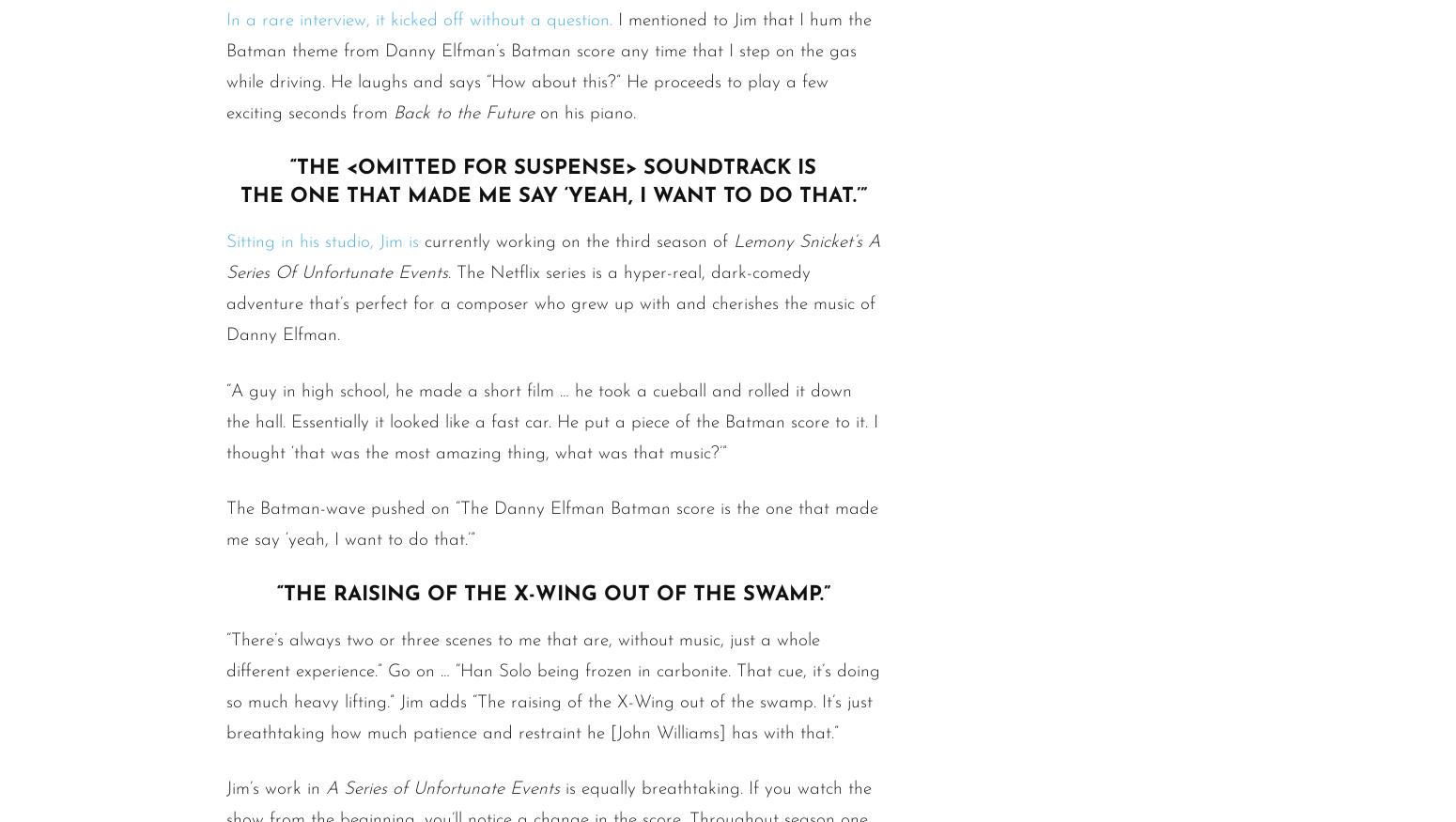 The width and height of the screenshot is (1456, 822). What do you see at coordinates (552, 522) in the screenshot?
I see `'The Batman-wave pushed on “The Danny Elfman Batman score is the one that made me say ‘yeah, I want to do that.’”'` at bounding box center [552, 522].